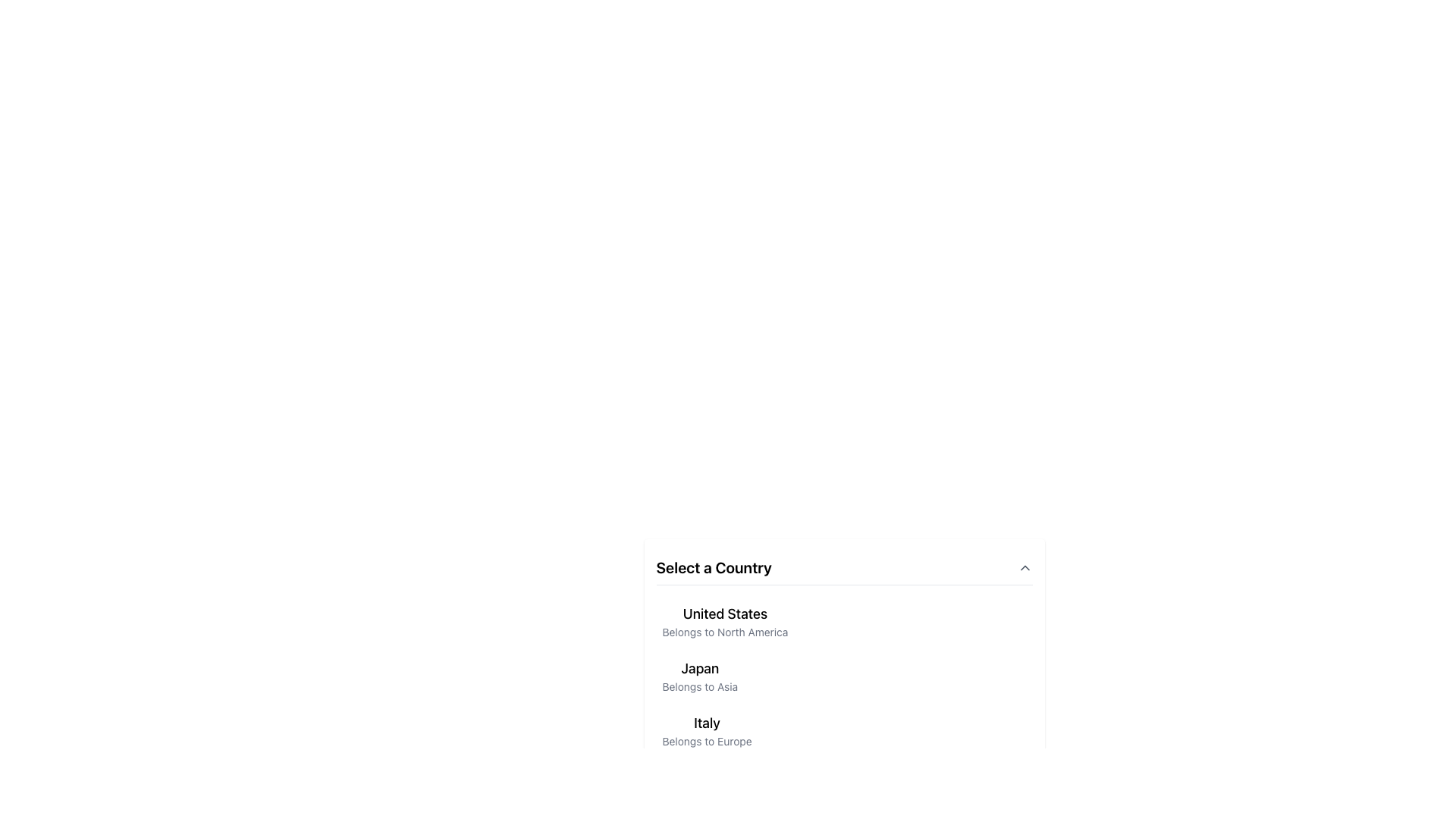 Image resolution: width=1456 pixels, height=819 pixels. Describe the element at coordinates (724, 622) in the screenshot. I see `displayed text of the first list item labeled 'United States' under the header 'Select a Country'` at that location.